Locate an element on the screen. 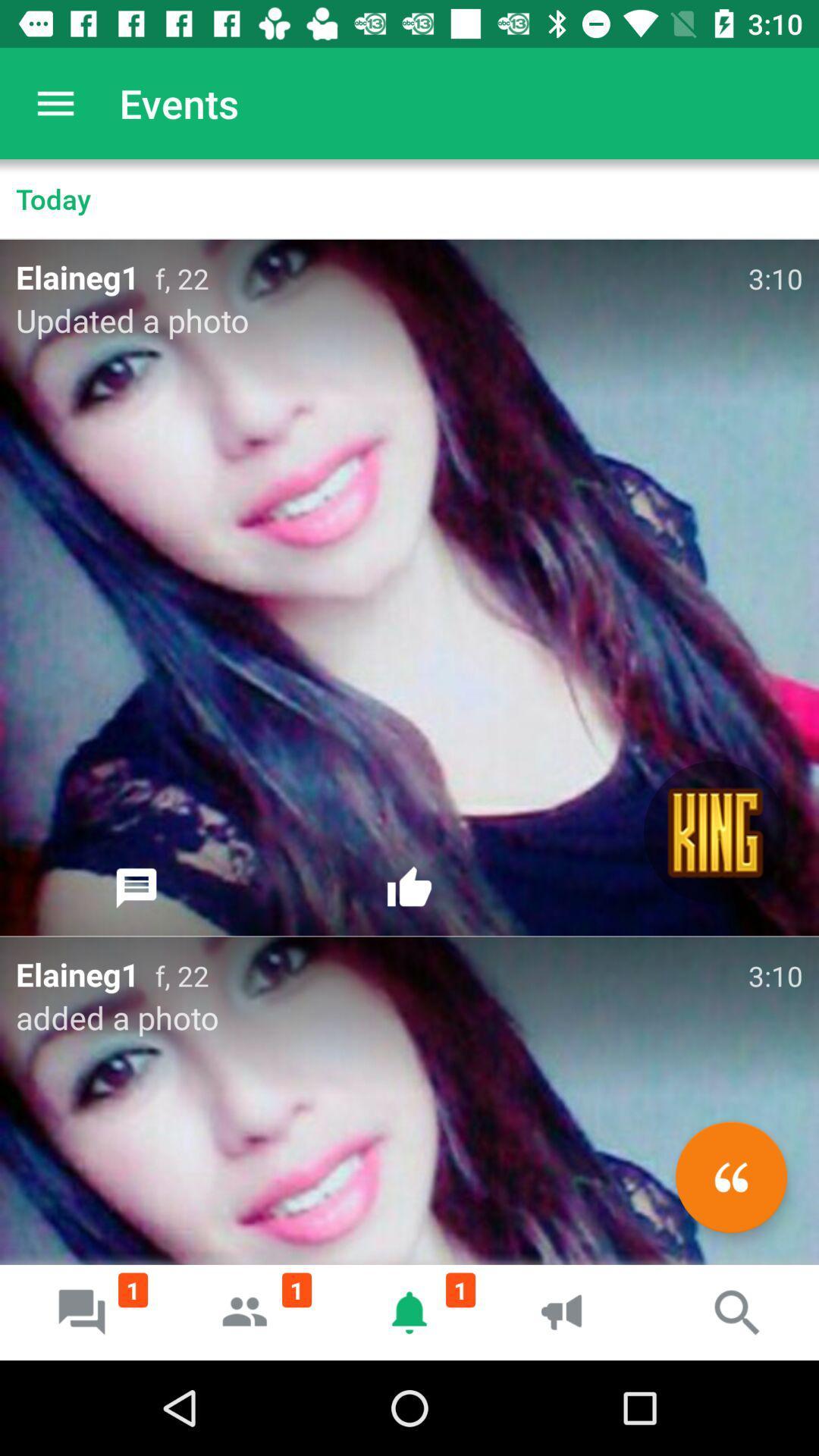 The width and height of the screenshot is (819, 1456). the image which is on left to bell symbol is located at coordinates (245, 1312).